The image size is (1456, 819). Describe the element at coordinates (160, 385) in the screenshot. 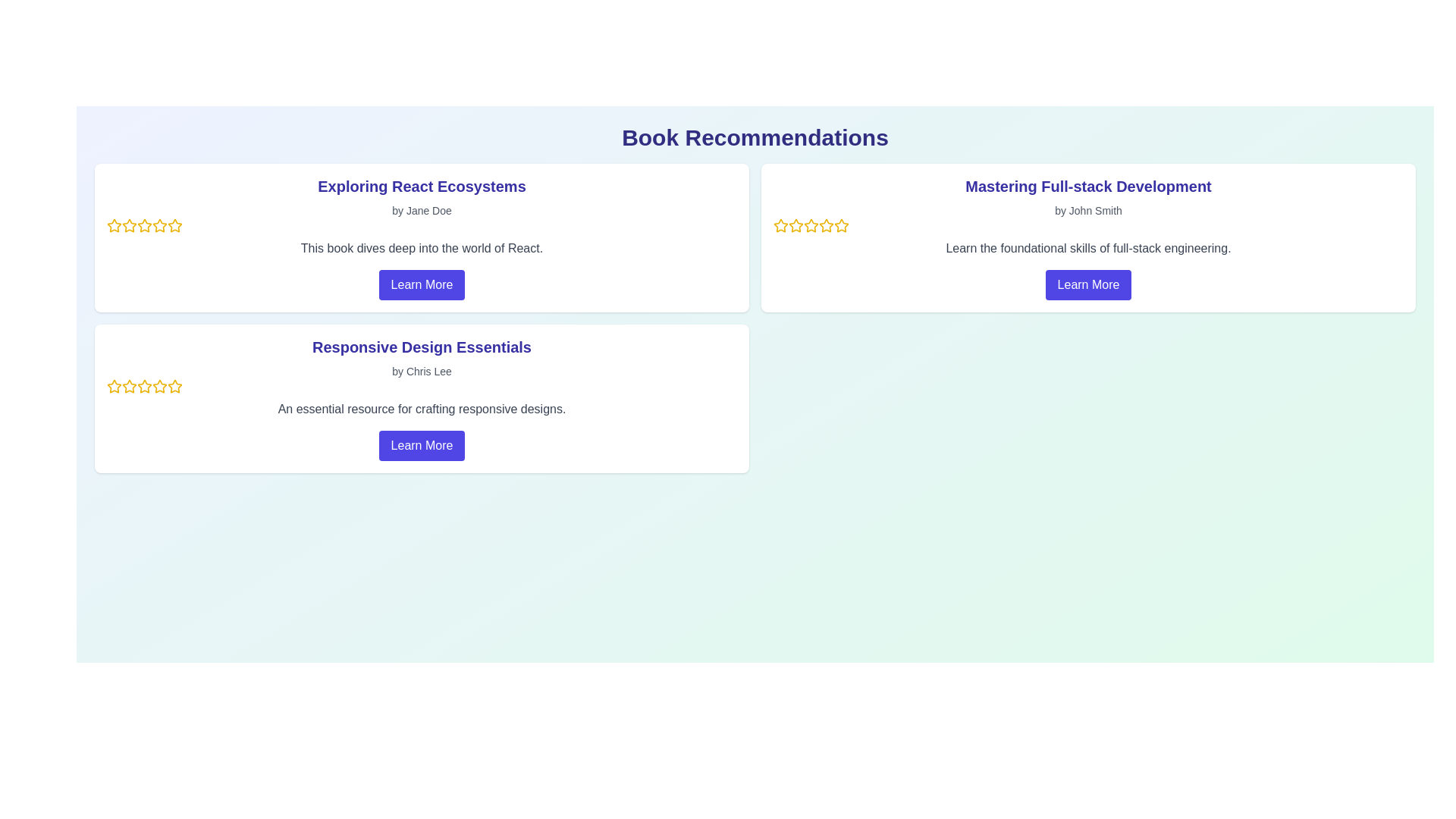

I see `the sixth star icon with a yellow outline in the 'Responsive Design Essentials' section to interact` at that location.